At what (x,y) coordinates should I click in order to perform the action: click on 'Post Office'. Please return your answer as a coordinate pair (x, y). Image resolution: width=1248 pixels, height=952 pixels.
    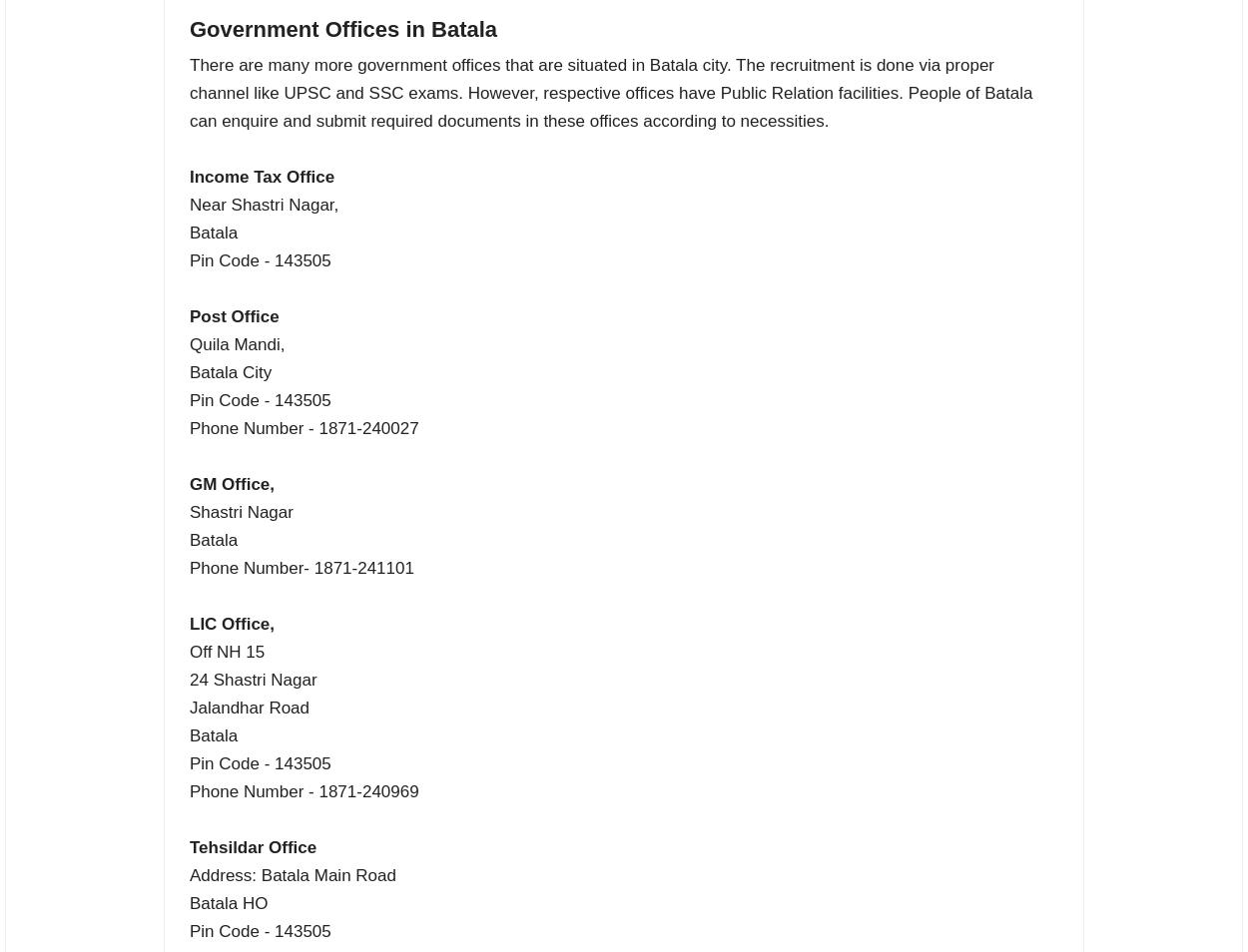
    Looking at the image, I should click on (233, 315).